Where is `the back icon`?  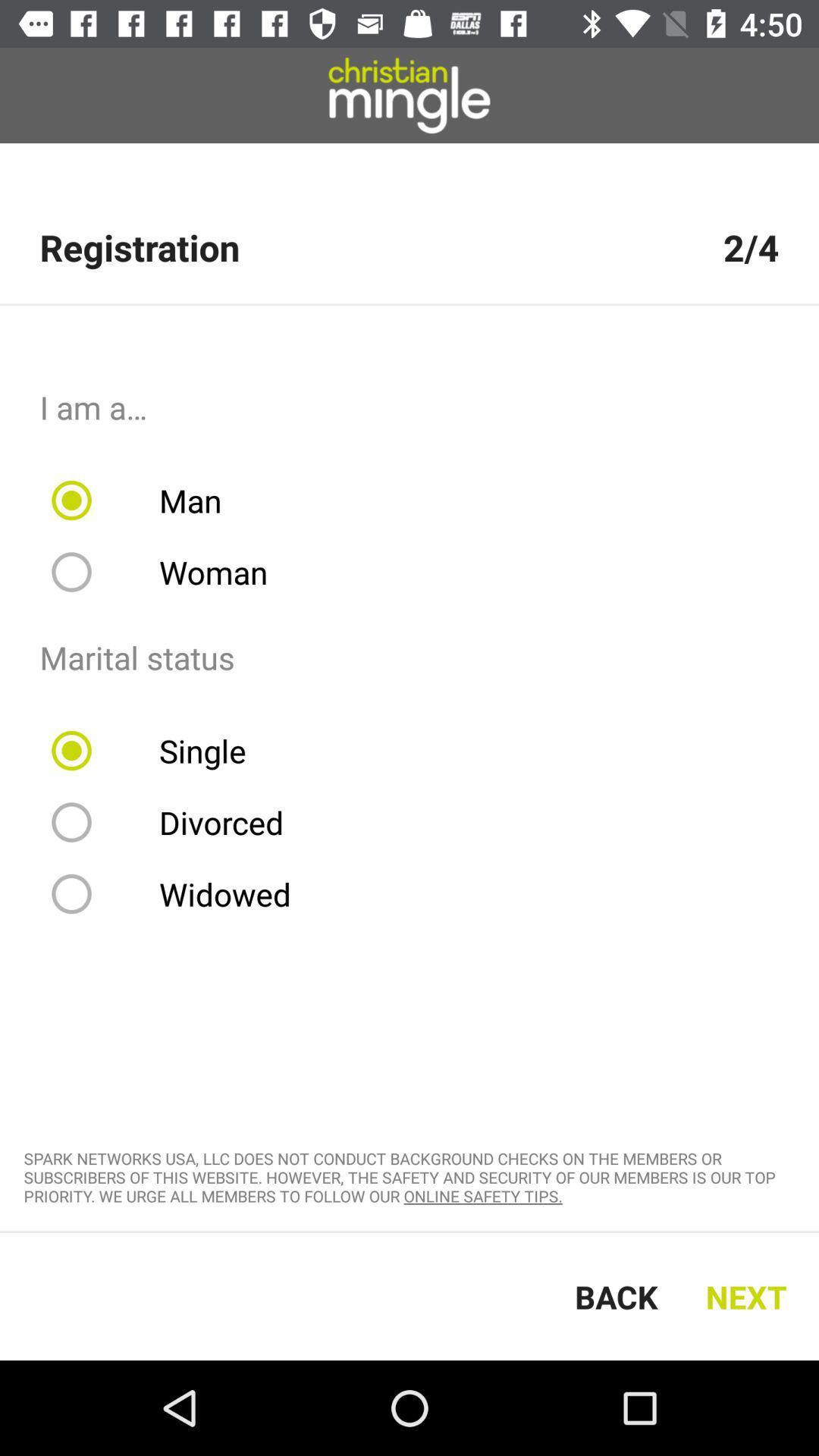
the back icon is located at coordinates (617, 1295).